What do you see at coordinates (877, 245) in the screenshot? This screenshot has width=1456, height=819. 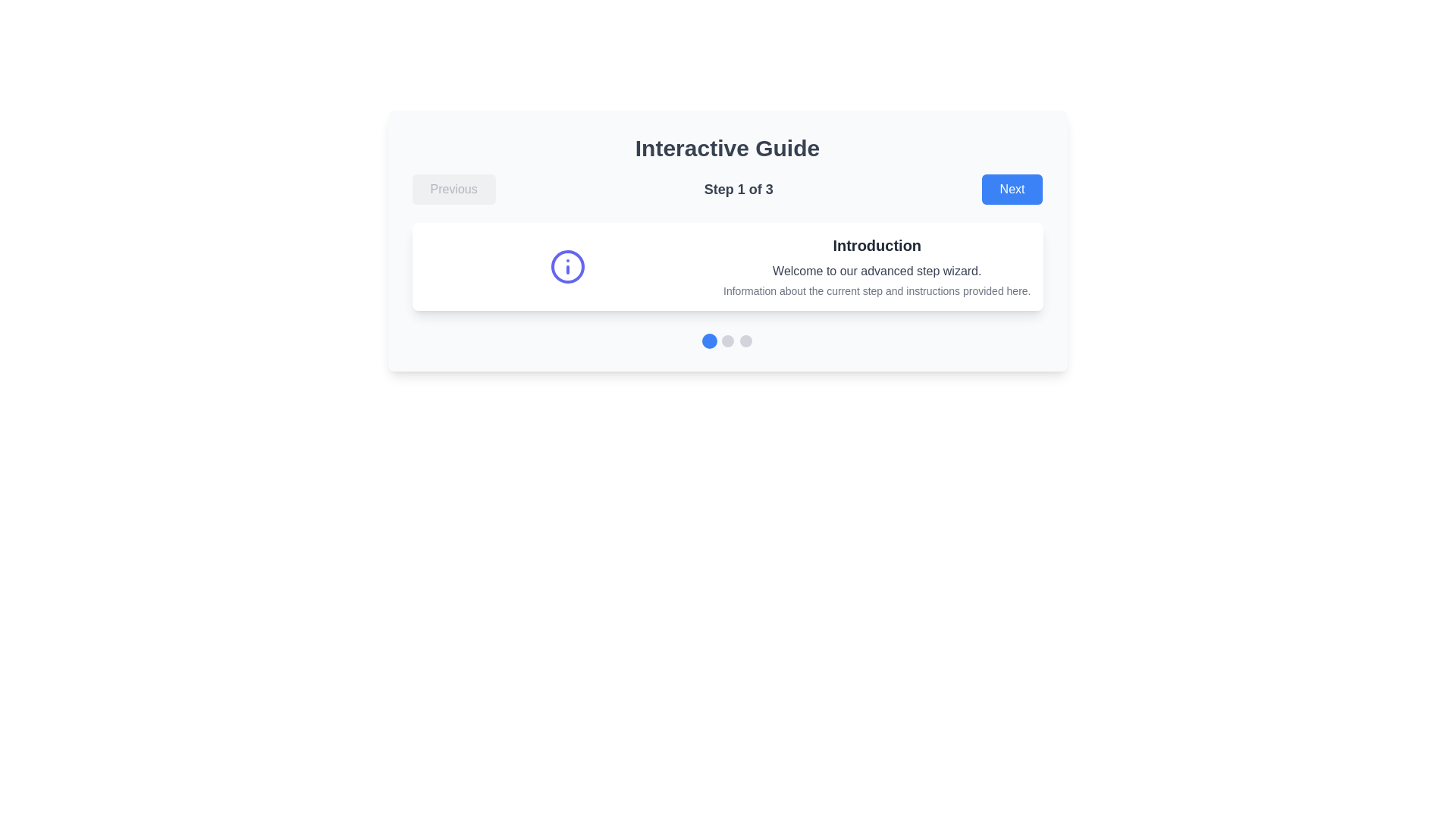 I see `the 'Introduction' text label, which is styled in a bold font and is prominently displayed above other text elements in the main content area` at bounding box center [877, 245].